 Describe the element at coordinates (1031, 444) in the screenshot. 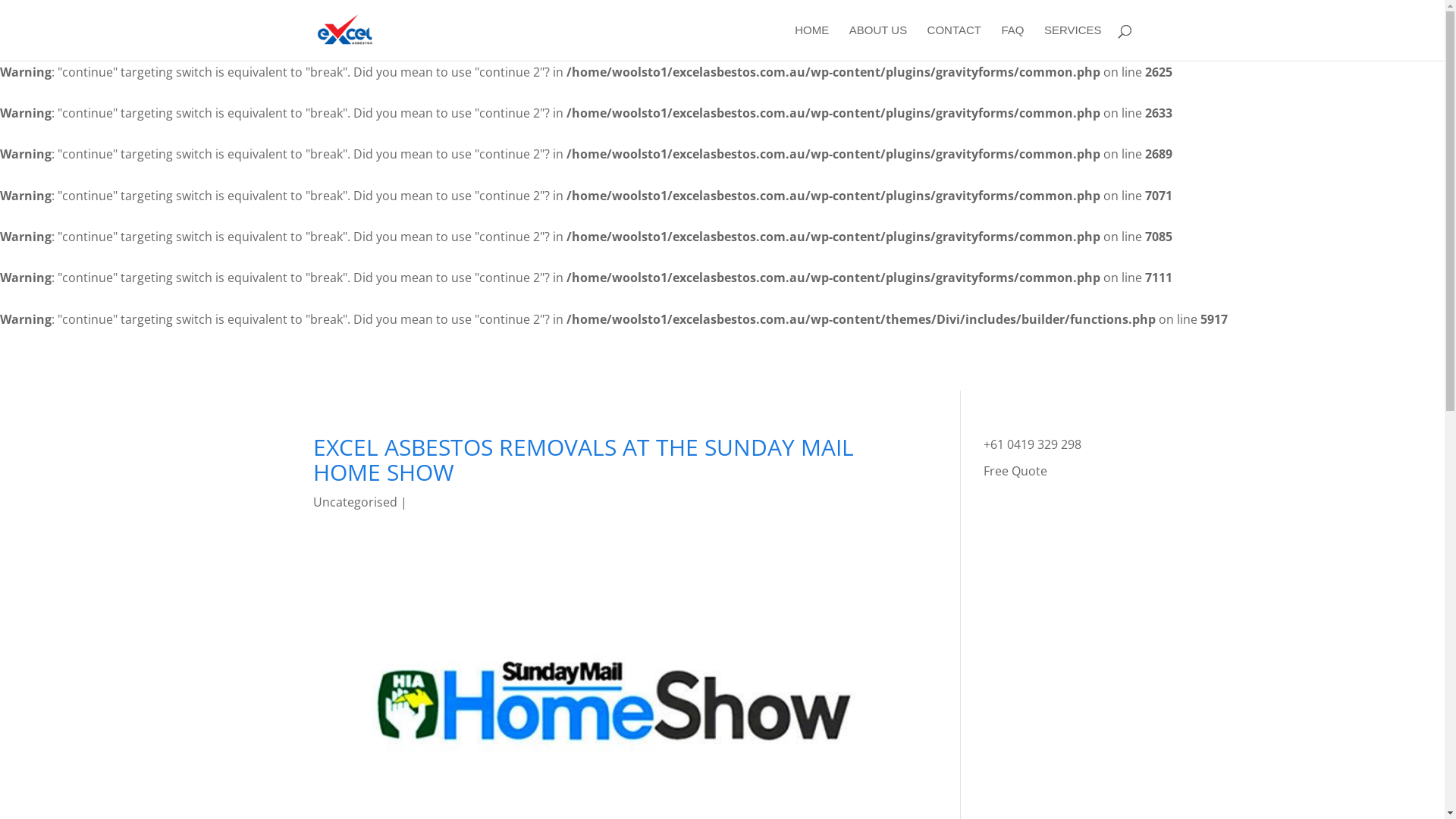

I see `'+61 0419 329 298'` at that location.